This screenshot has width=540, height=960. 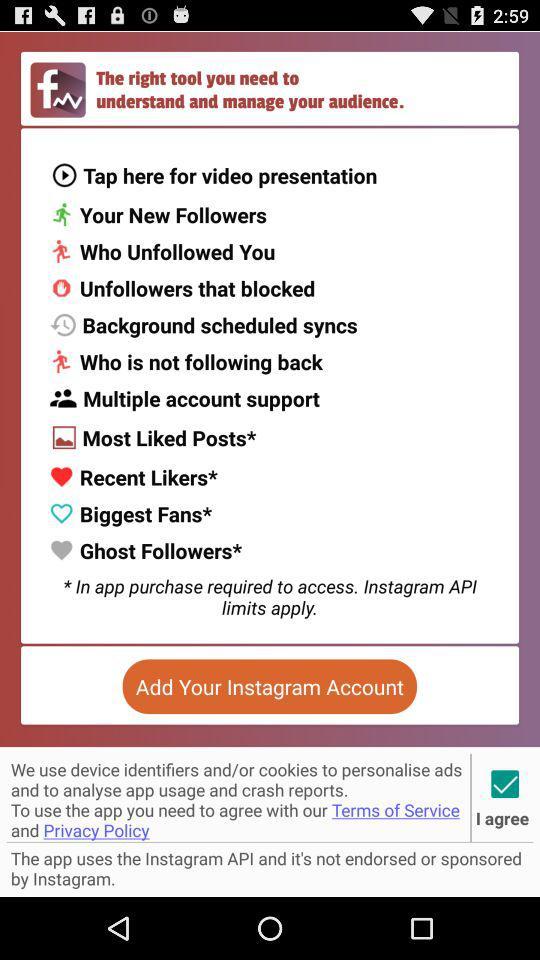 I want to click on the add your instagram, so click(x=269, y=686).